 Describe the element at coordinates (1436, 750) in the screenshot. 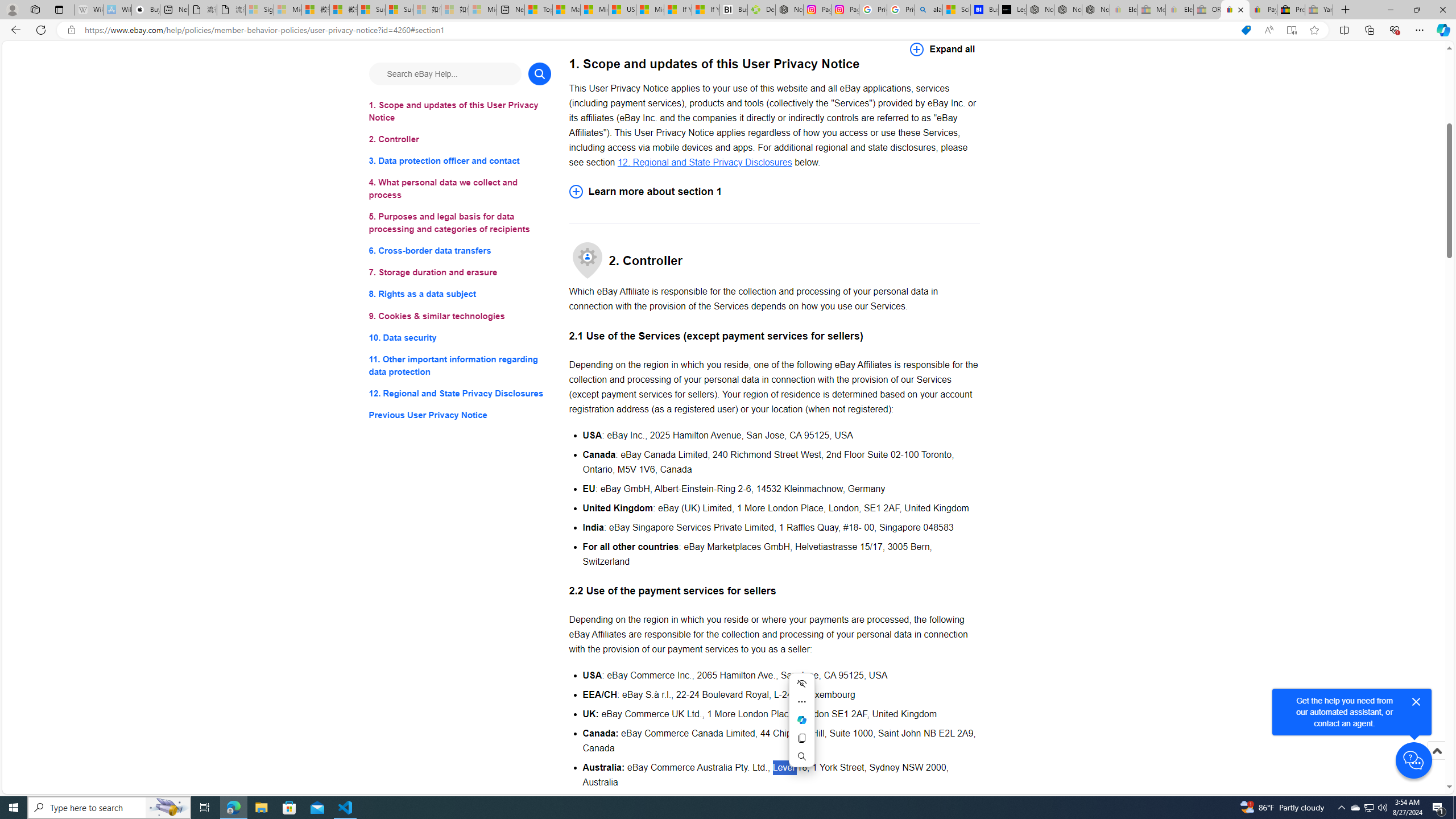

I see `'Scroll to top'` at that location.